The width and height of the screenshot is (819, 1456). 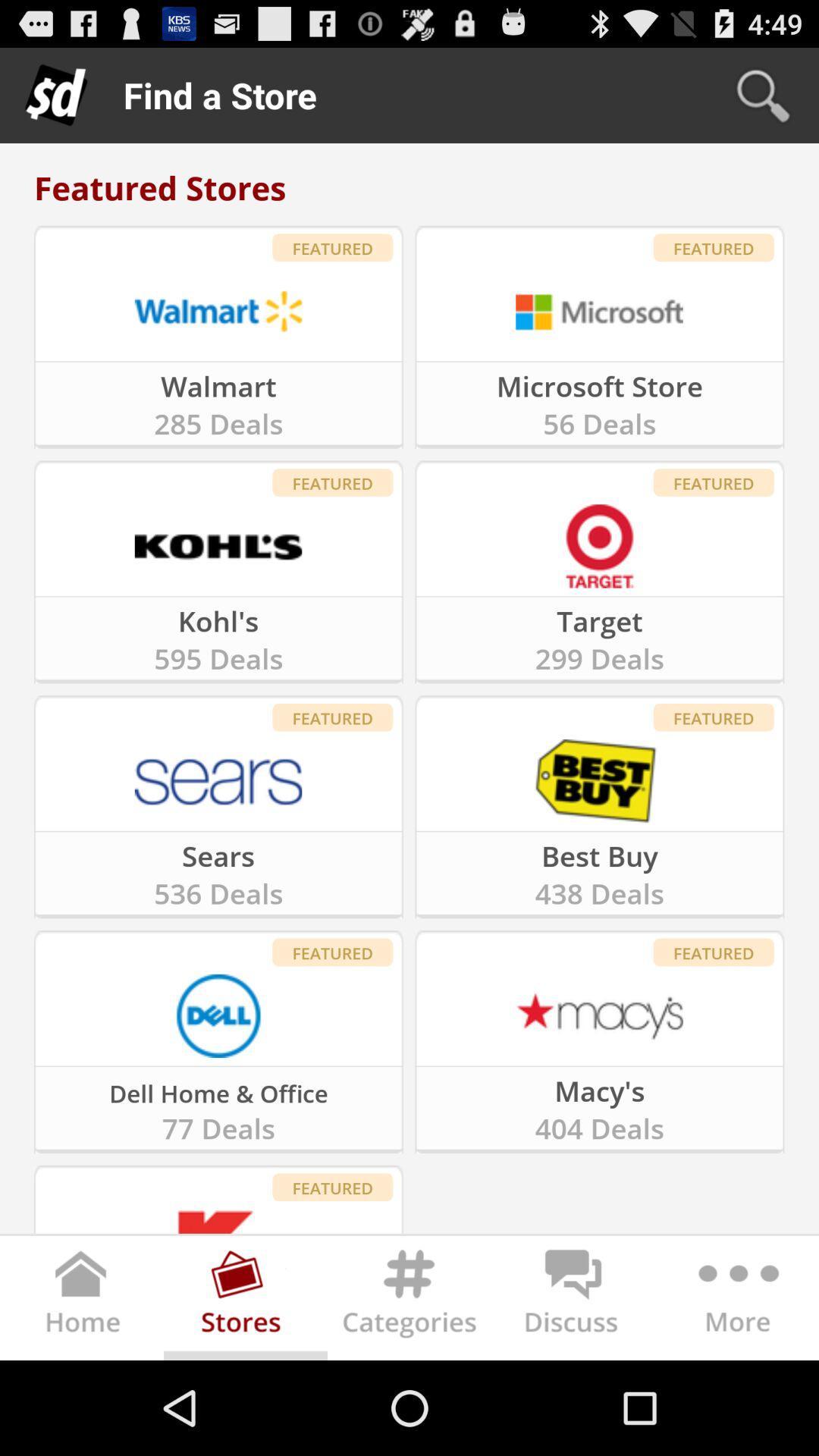 What do you see at coordinates (82, 1392) in the screenshot?
I see `the home icon` at bounding box center [82, 1392].